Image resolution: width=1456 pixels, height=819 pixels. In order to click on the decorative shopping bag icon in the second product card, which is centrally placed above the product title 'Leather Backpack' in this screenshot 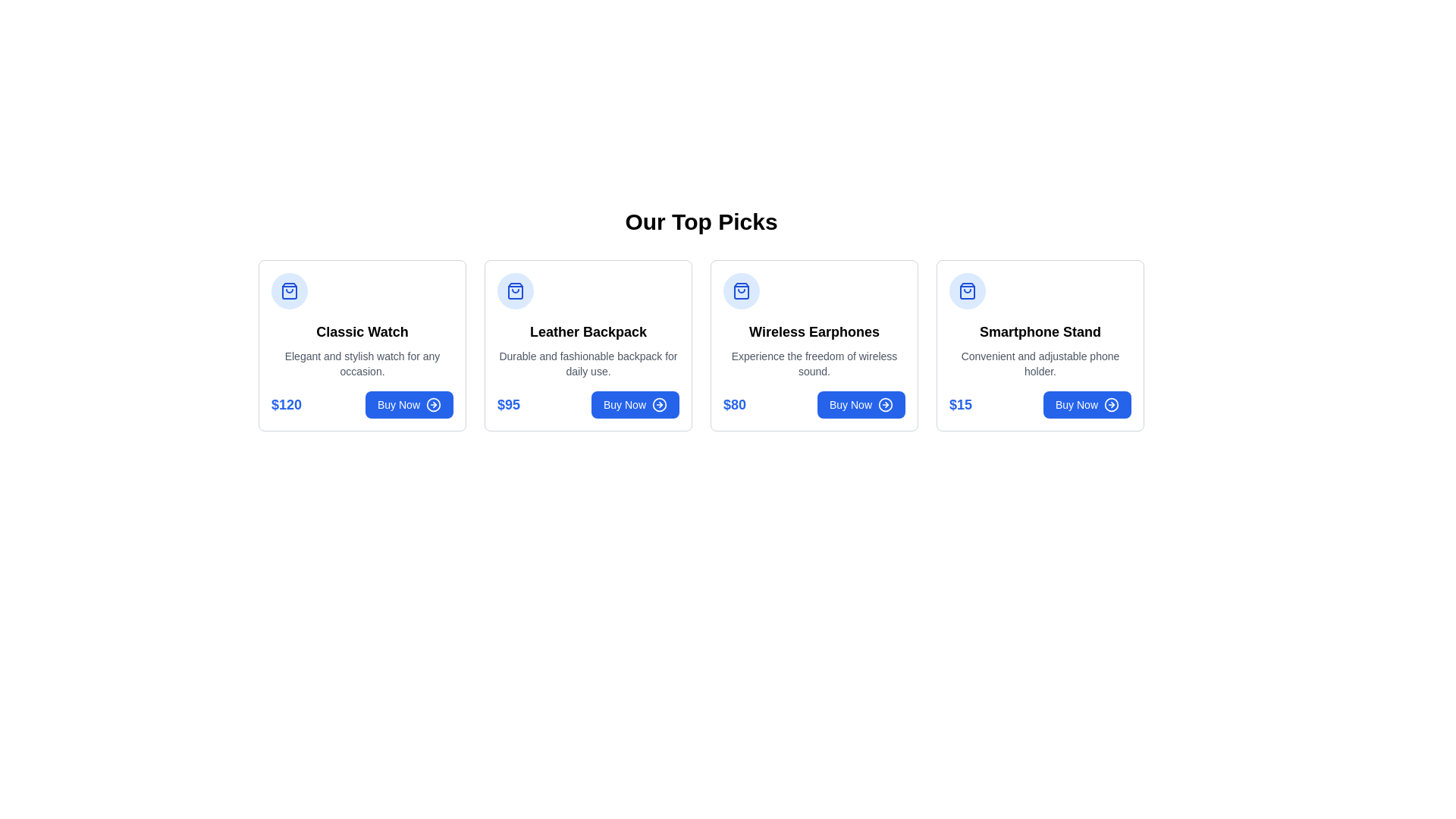, I will do `click(516, 291)`.